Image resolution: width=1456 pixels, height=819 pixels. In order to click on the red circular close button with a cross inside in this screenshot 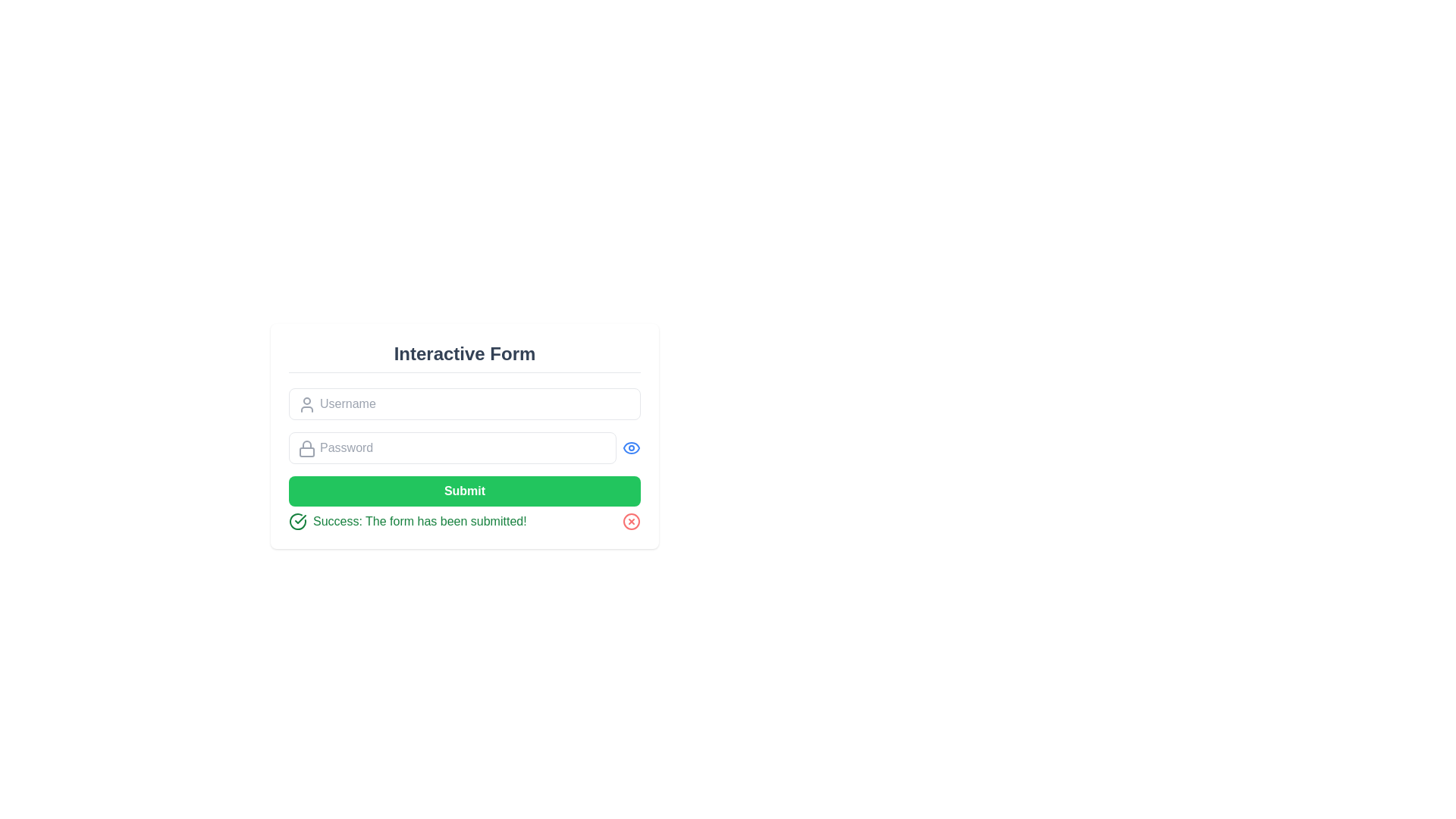, I will do `click(632, 520)`.